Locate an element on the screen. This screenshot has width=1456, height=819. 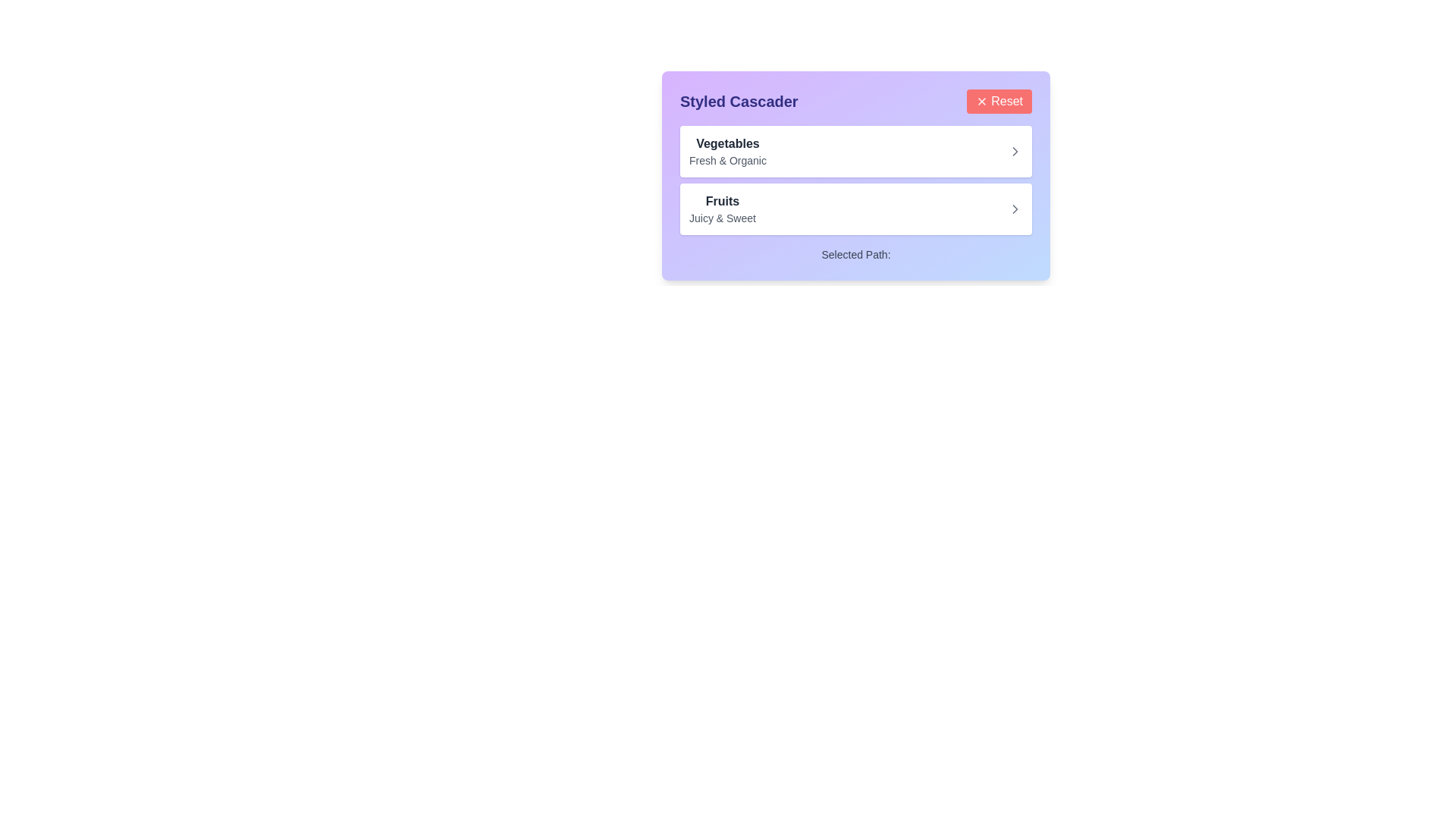
the small cross (X) shaped icon located within the red circular background to the left of the 'Reset' button in the top-right corner is located at coordinates (982, 102).